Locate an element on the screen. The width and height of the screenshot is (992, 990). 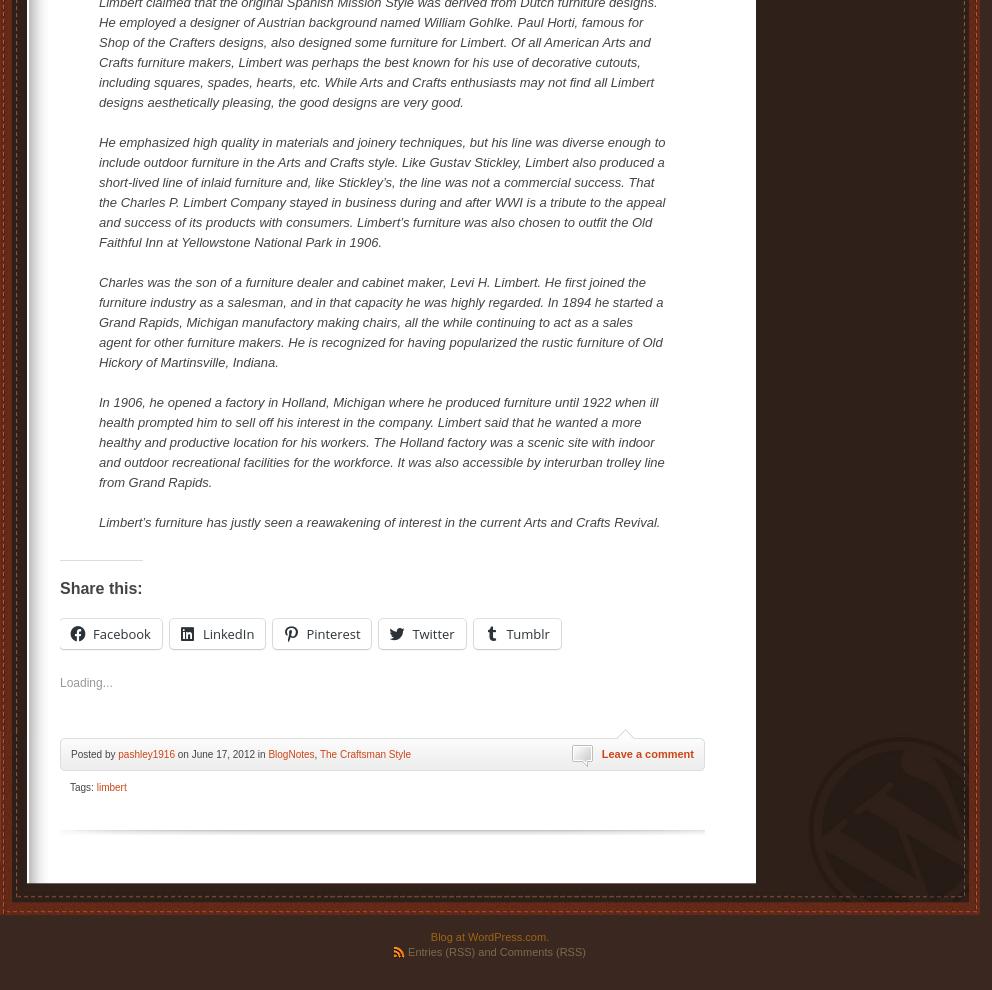
'Leave a comment' is located at coordinates (647, 752).